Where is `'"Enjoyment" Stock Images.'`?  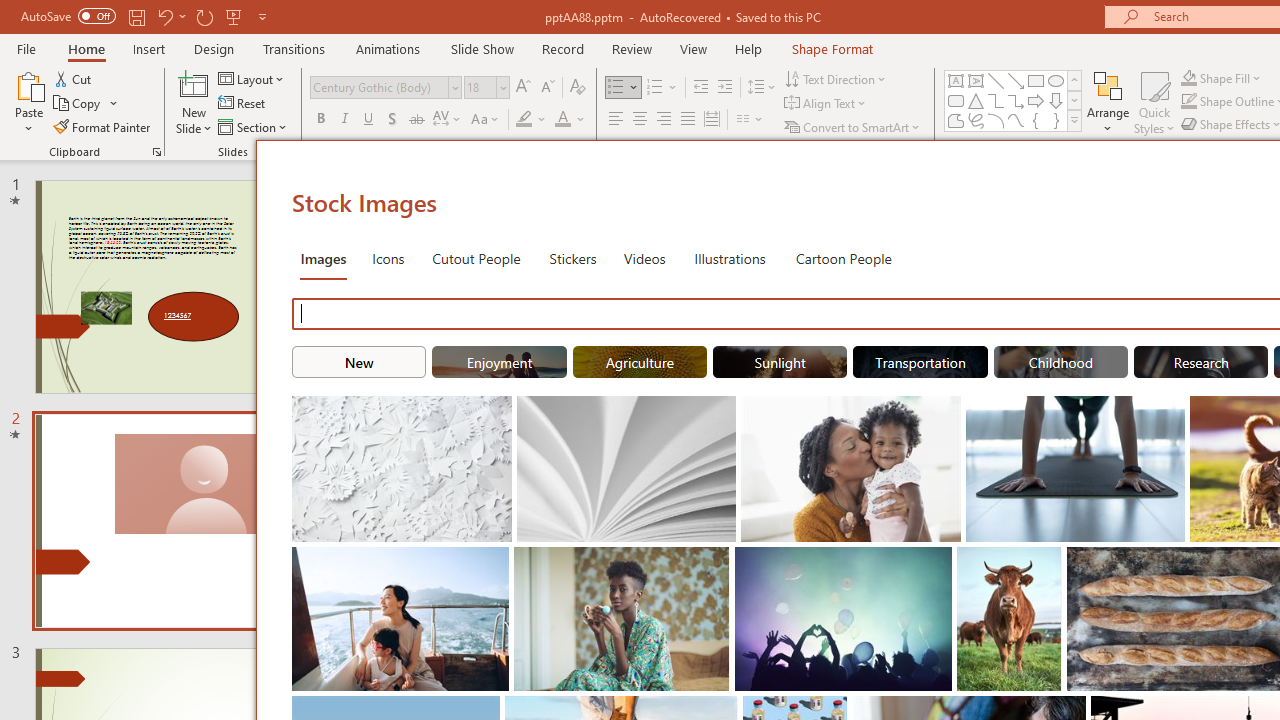 '"Enjoyment" Stock Images.' is located at coordinates (499, 362).